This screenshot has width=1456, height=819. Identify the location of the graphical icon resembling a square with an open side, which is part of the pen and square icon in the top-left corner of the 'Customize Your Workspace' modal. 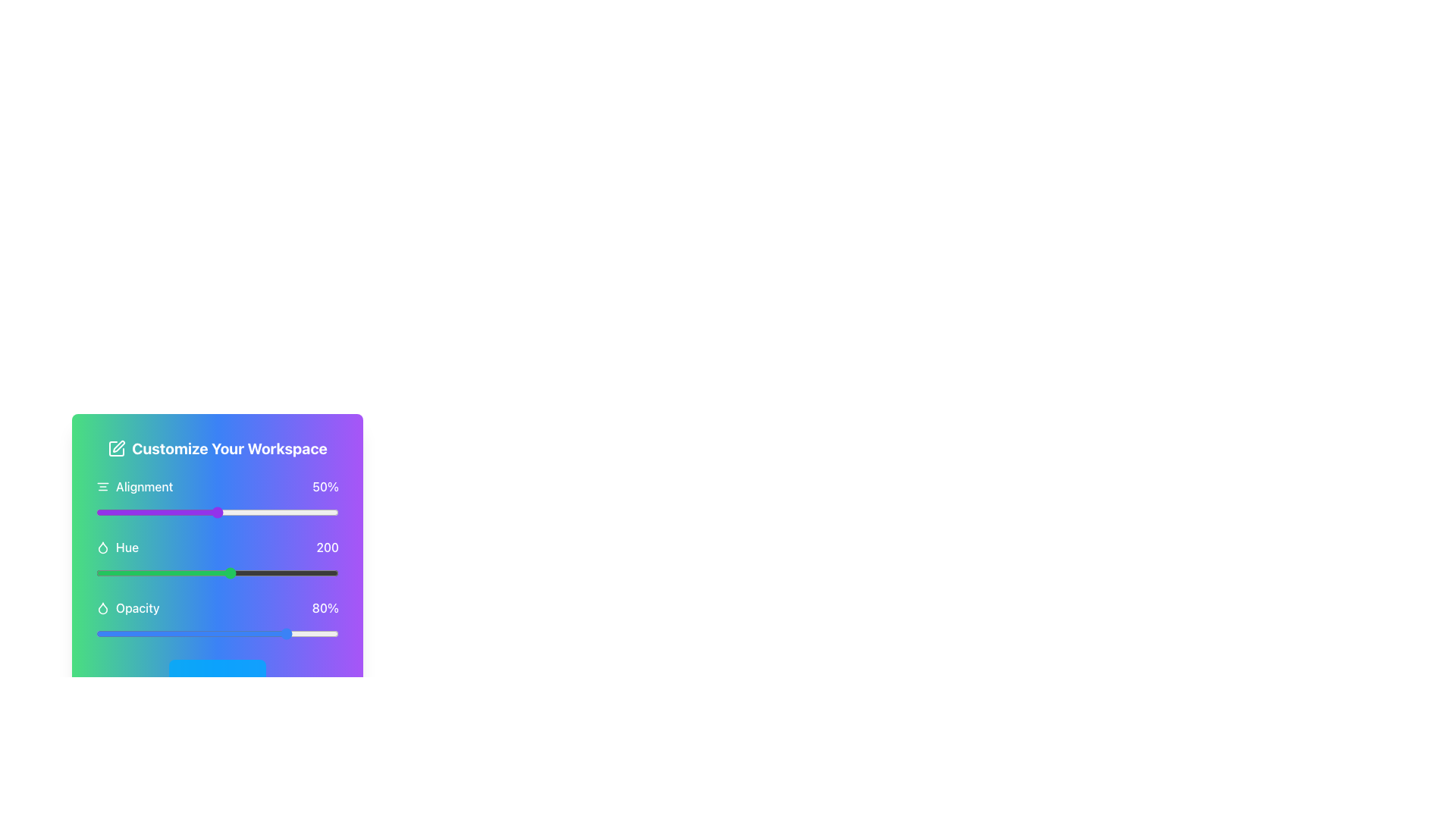
(116, 447).